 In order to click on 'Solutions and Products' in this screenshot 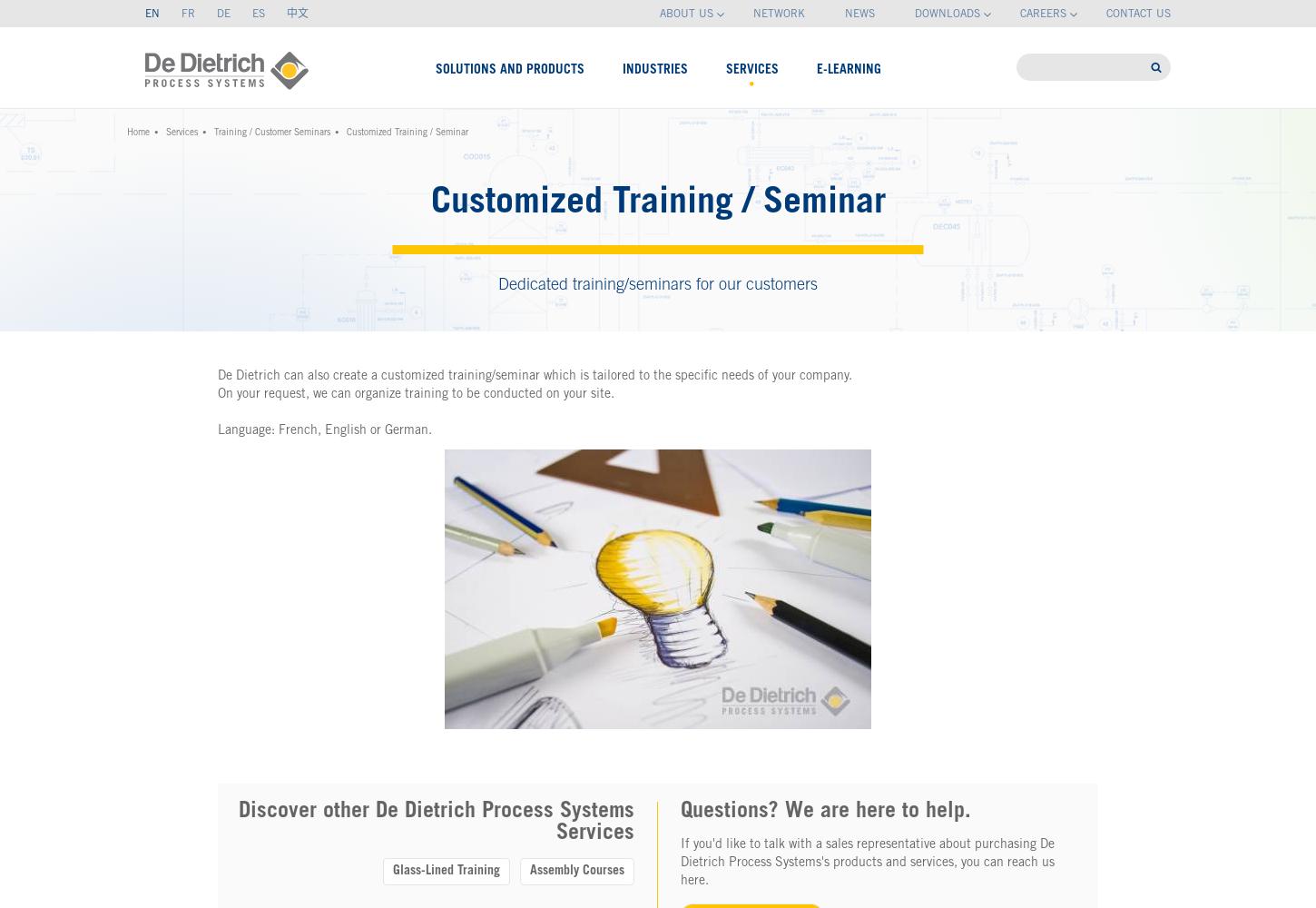, I will do `click(509, 69)`.